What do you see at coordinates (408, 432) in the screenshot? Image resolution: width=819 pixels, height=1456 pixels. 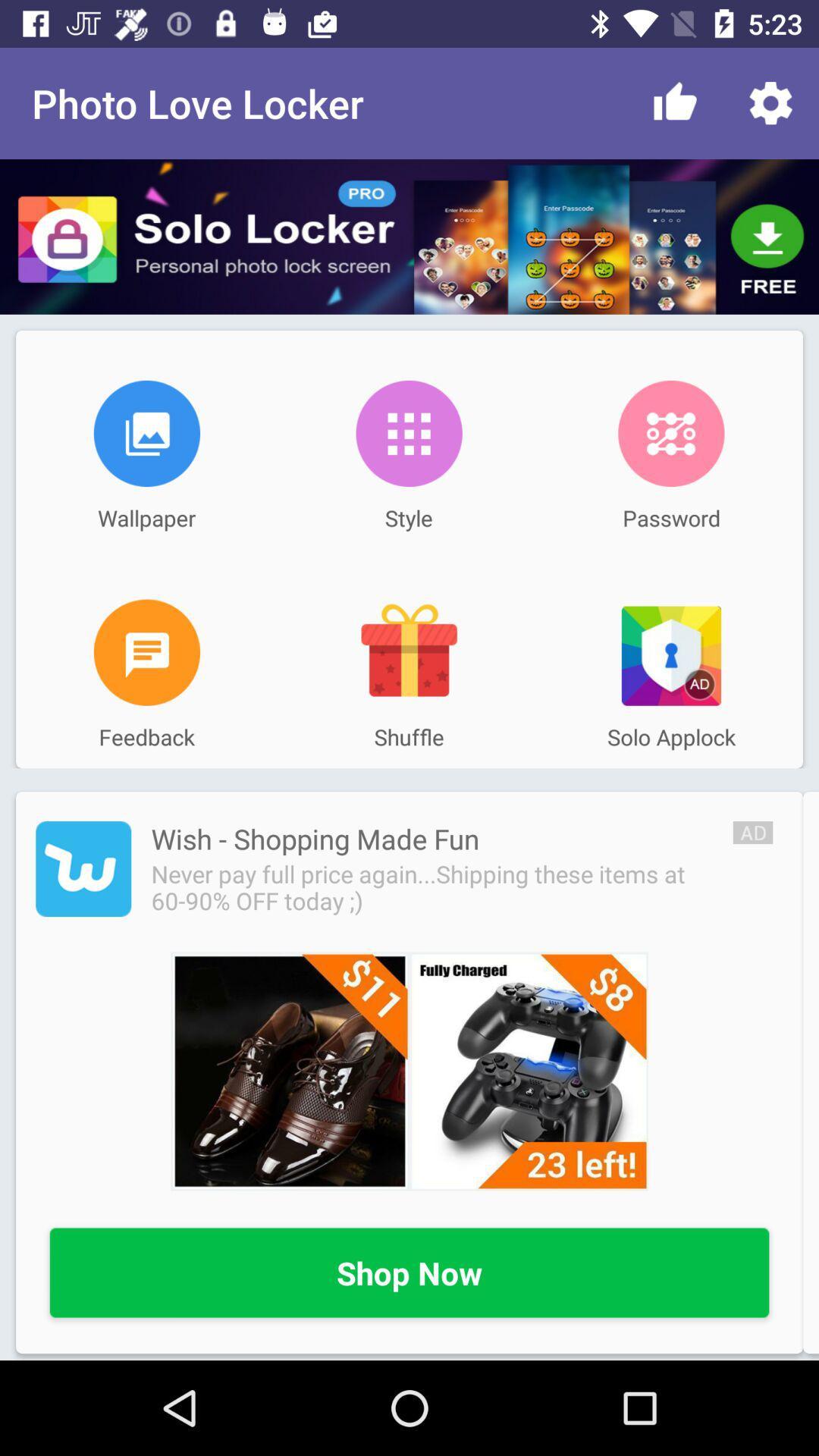 I see `style menu` at bounding box center [408, 432].